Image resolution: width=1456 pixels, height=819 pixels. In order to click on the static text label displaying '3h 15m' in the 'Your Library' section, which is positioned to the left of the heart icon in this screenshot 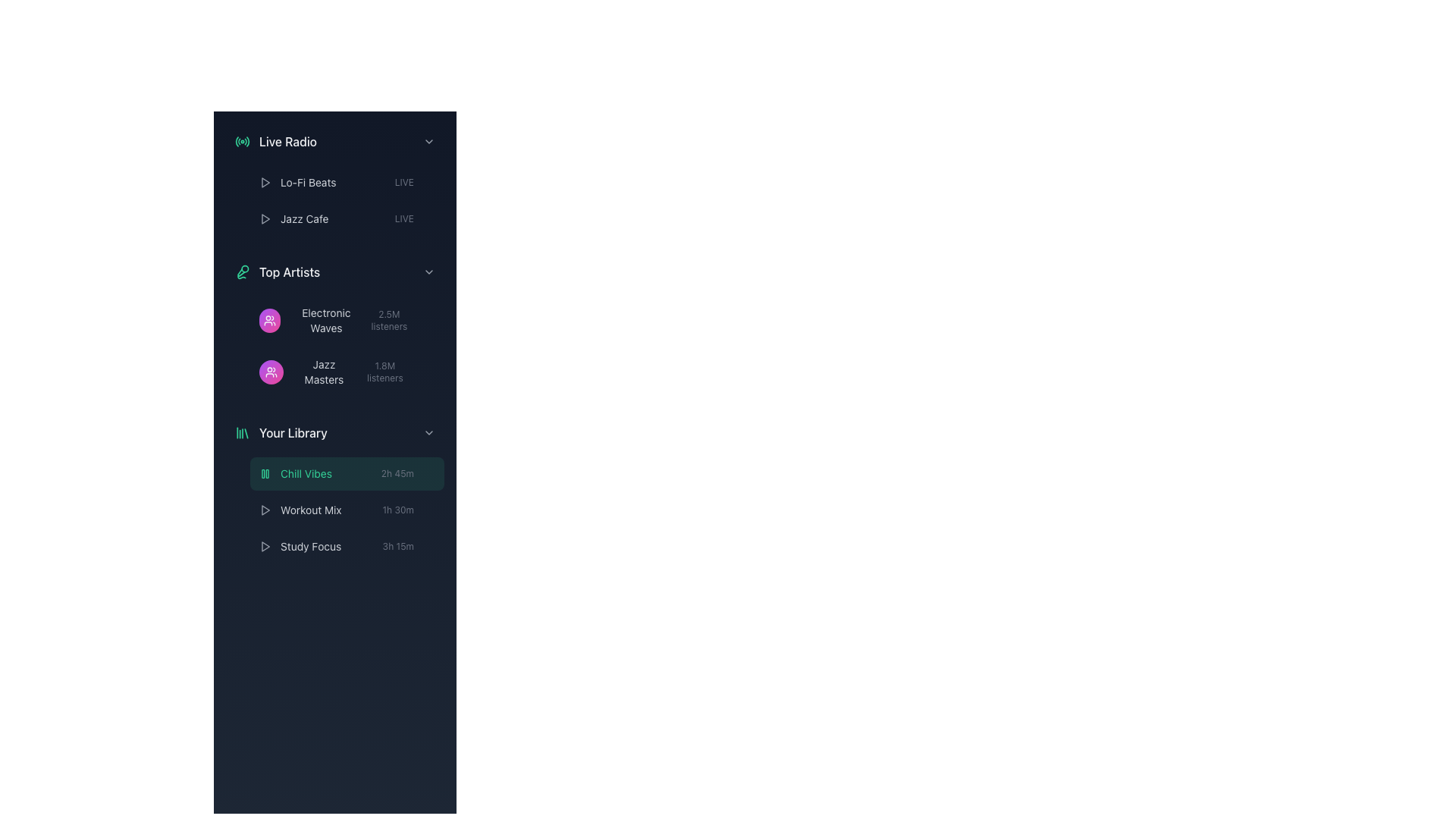, I will do `click(398, 547)`.